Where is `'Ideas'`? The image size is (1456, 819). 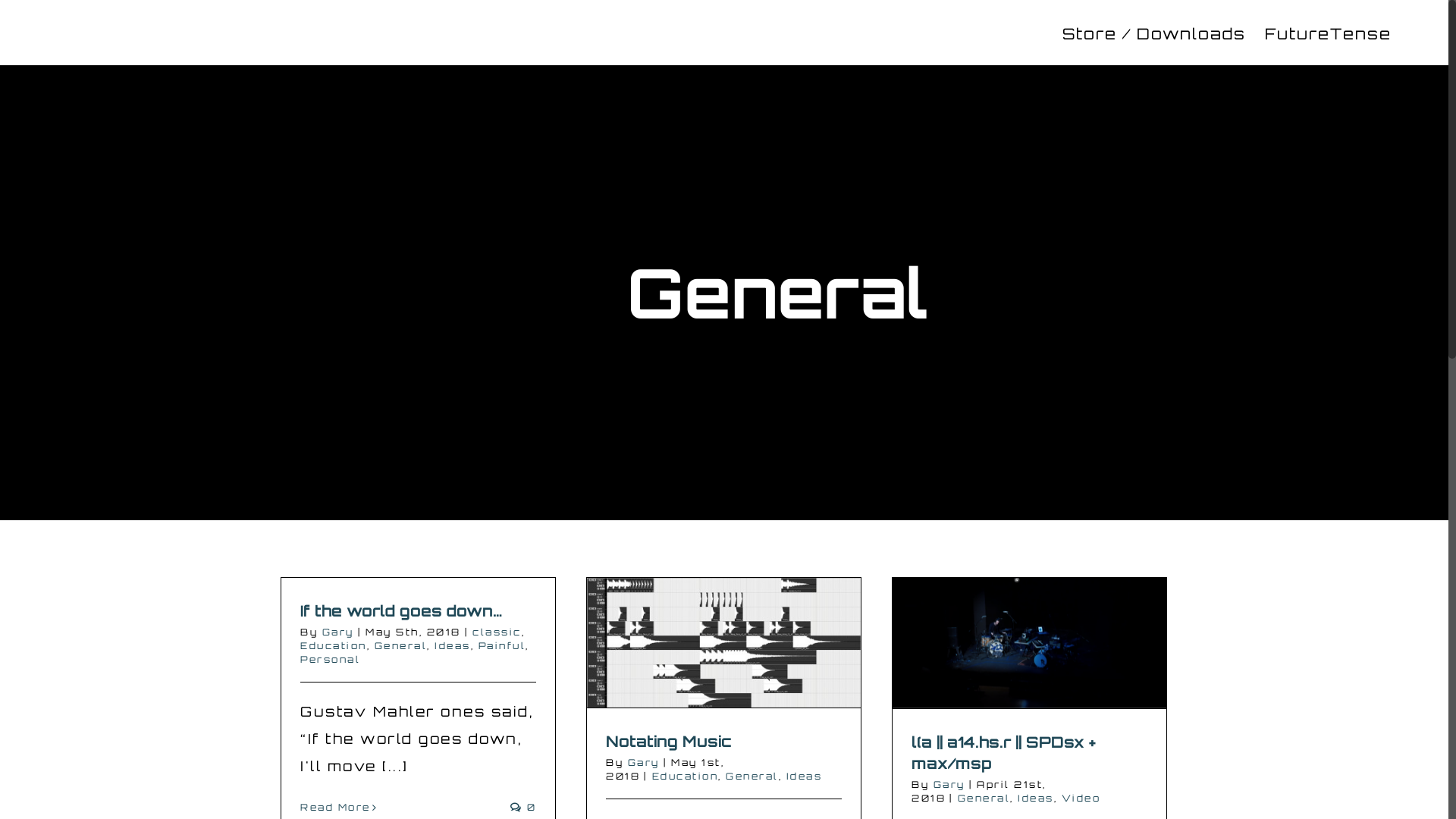
'Ideas' is located at coordinates (451, 645).